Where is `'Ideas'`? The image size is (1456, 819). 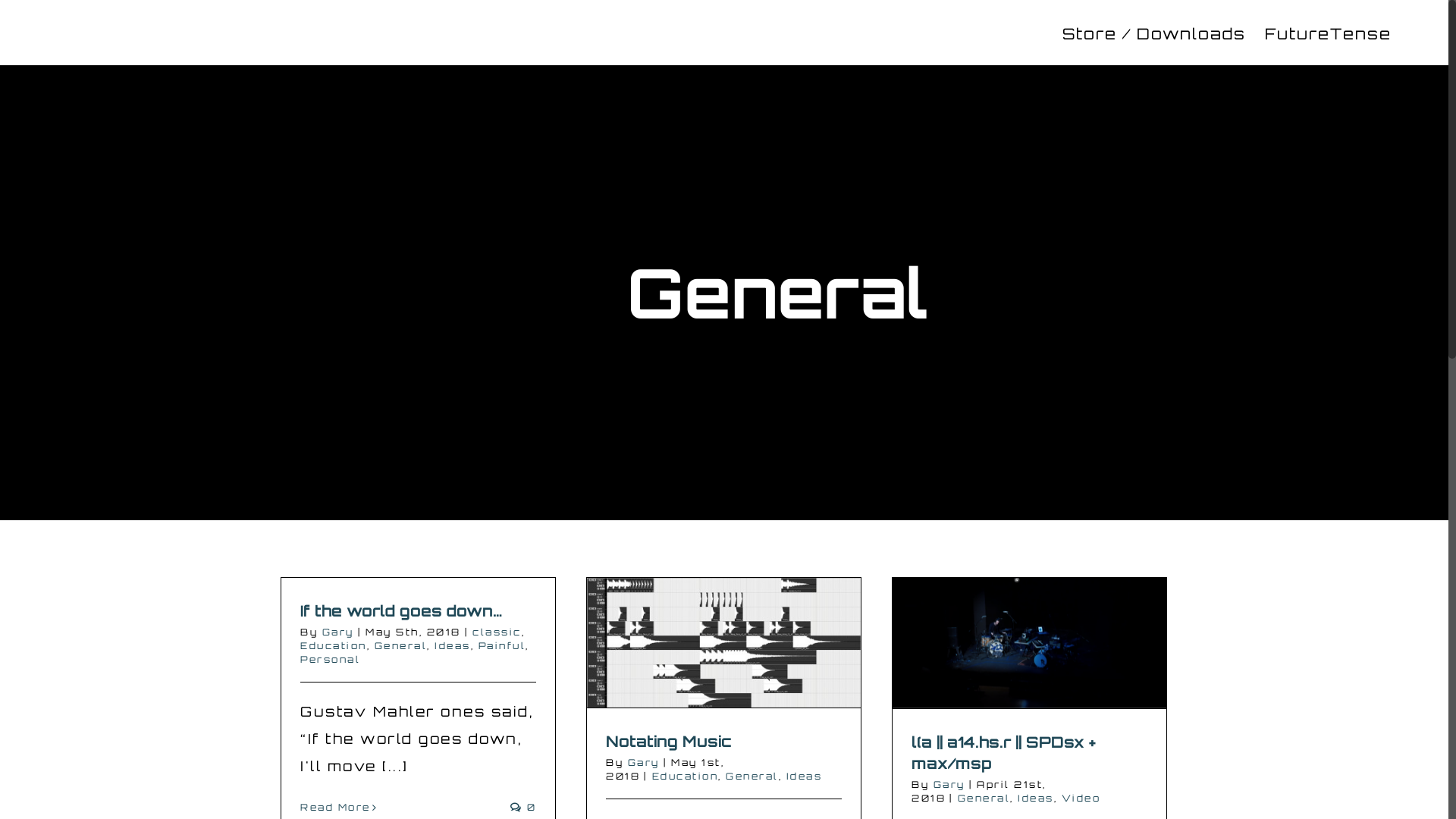
'Ideas' is located at coordinates (451, 645).